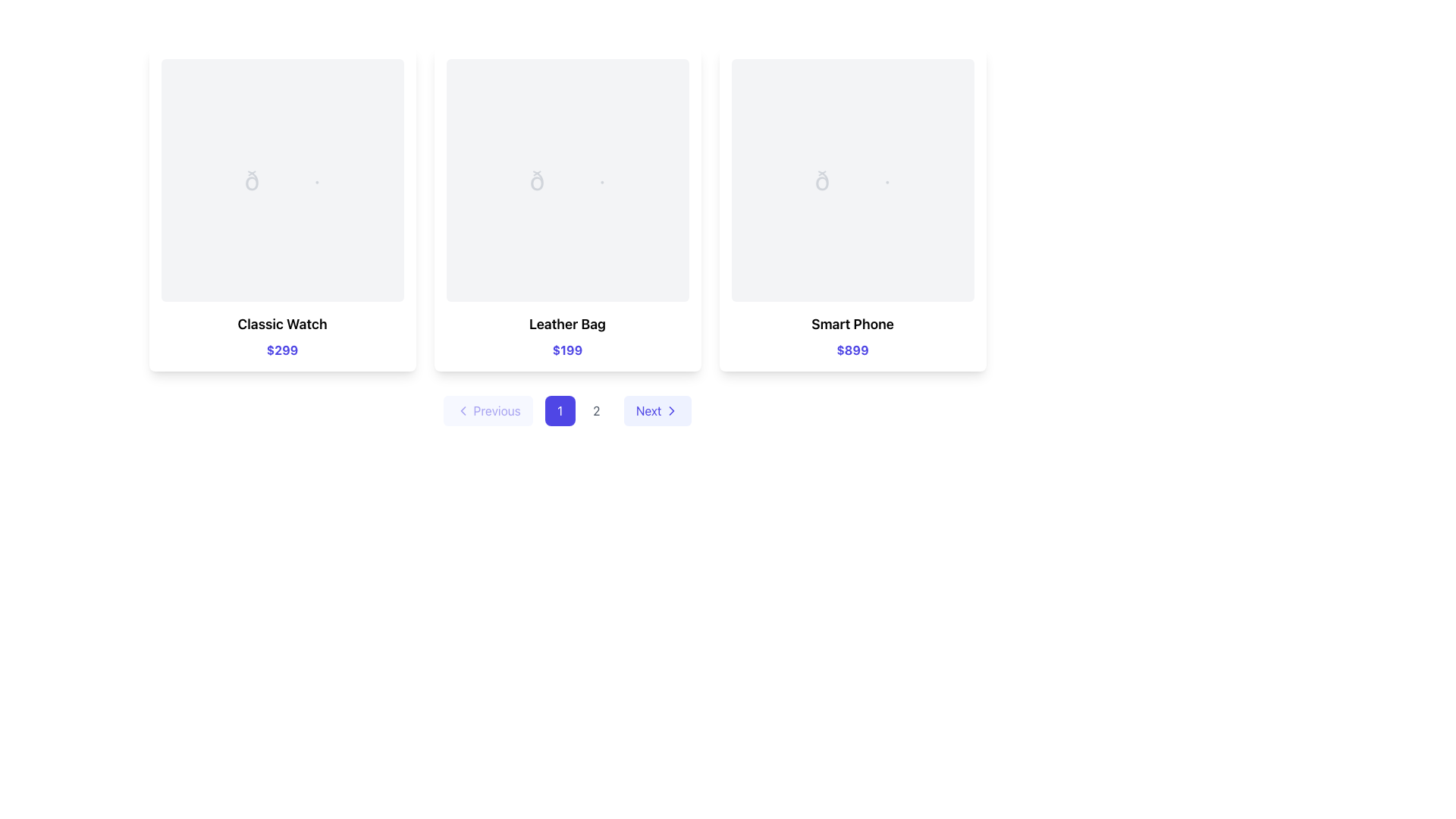  Describe the element at coordinates (671, 411) in the screenshot. I see `the rightward-pointing chevron icon within the 'Next' button on the pagination bar to advance to the next page of items` at that location.